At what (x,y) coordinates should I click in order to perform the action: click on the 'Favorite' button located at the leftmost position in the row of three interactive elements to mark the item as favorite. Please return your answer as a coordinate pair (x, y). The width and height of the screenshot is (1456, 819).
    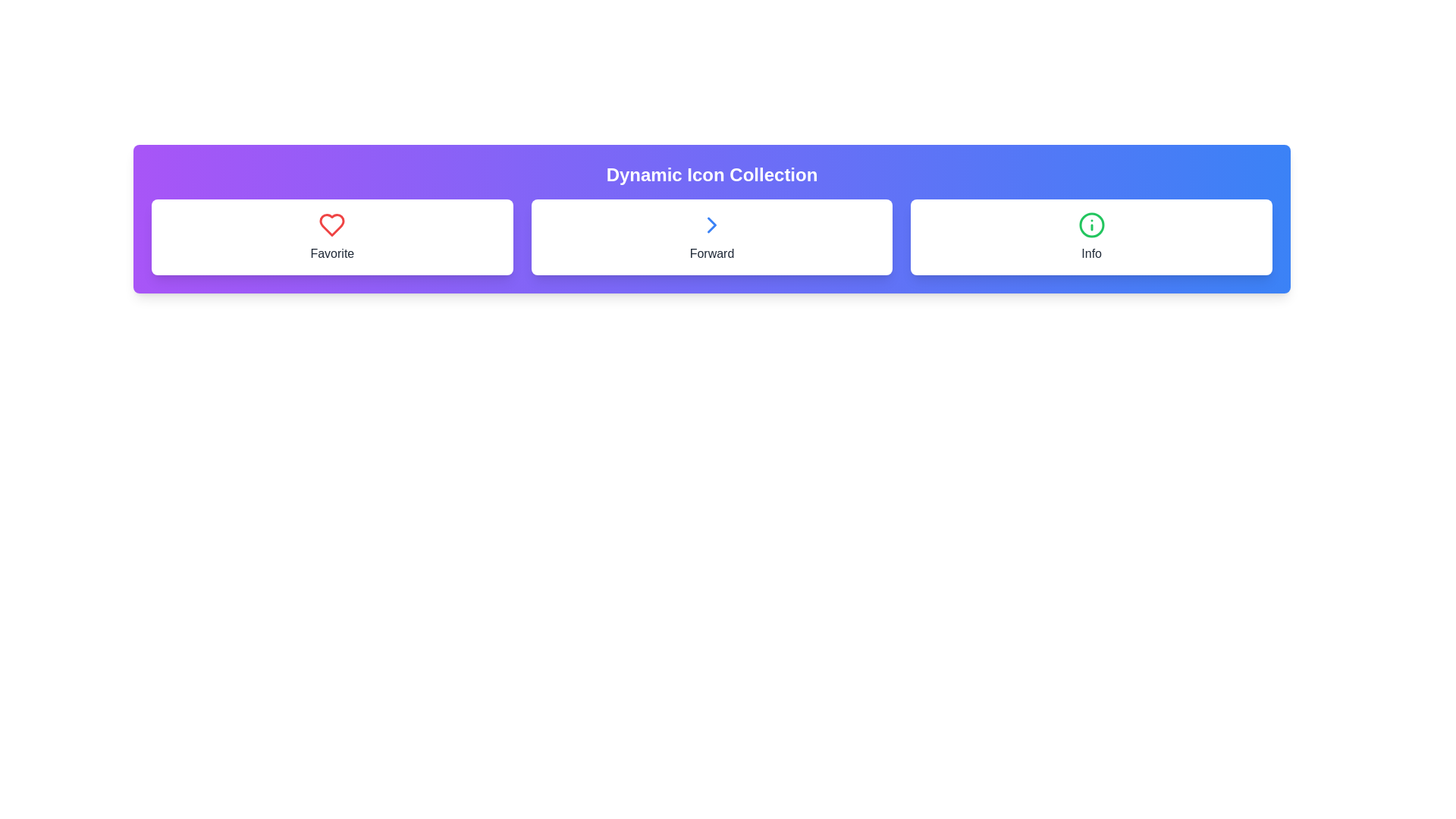
    Looking at the image, I should click on (331, 237).